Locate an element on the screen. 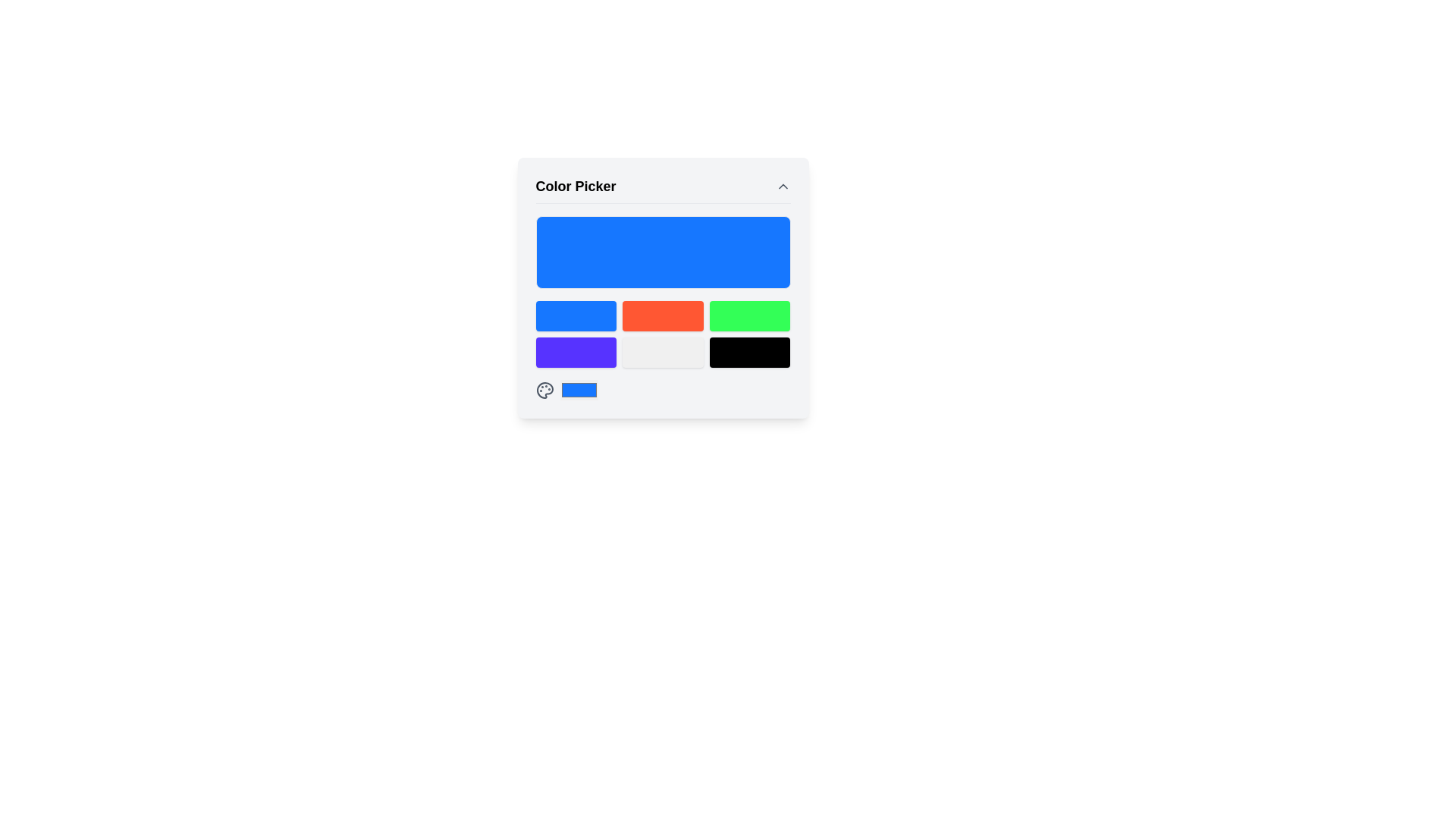  the Color input box, which is a horizontal rectangular box filled with blue color, located adjacent to a small palette icon on the left side is located at coordinates (578, 389).